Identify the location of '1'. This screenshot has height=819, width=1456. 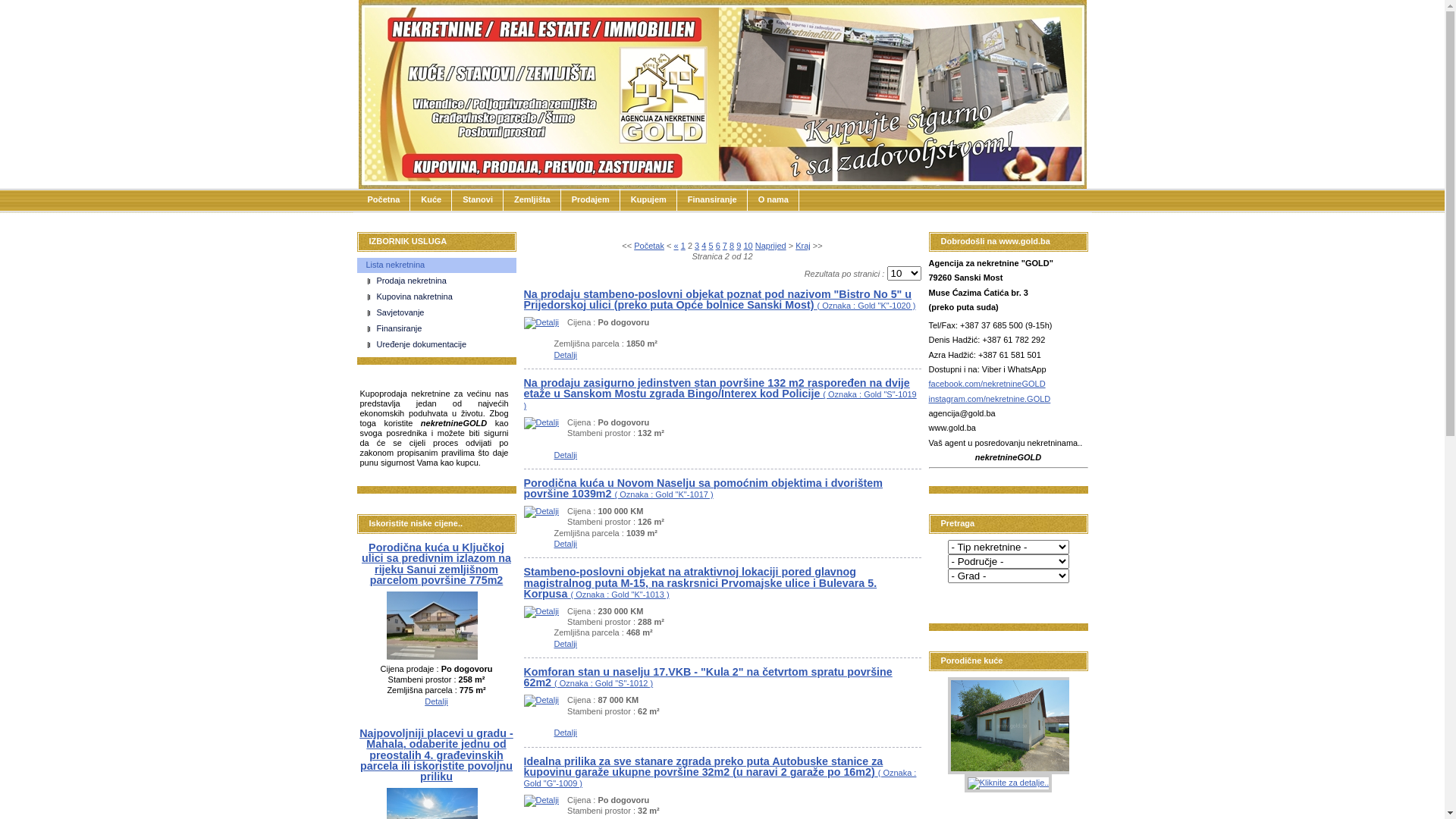
(679, 245).